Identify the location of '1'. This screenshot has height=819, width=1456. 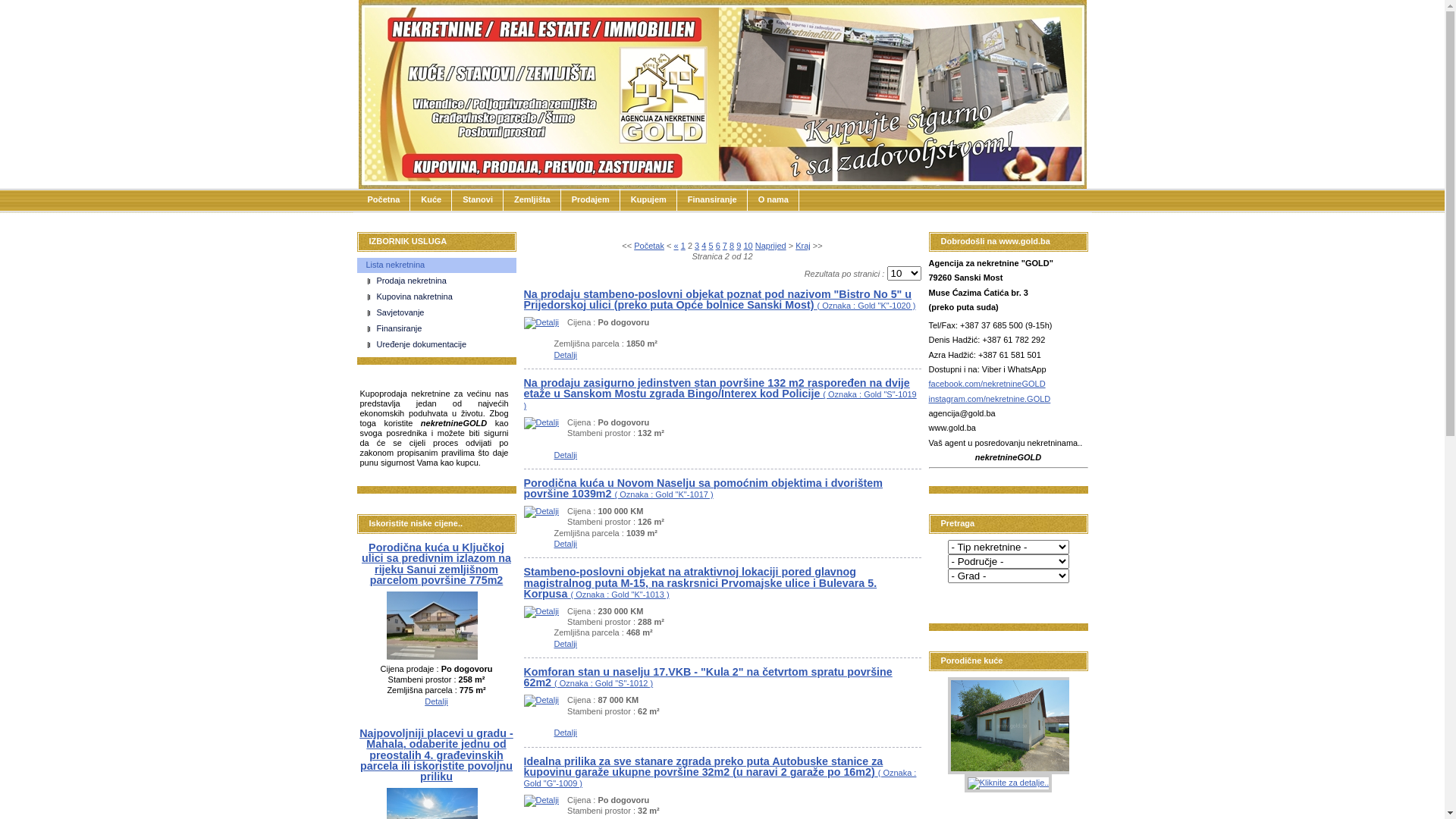
(679, 245).